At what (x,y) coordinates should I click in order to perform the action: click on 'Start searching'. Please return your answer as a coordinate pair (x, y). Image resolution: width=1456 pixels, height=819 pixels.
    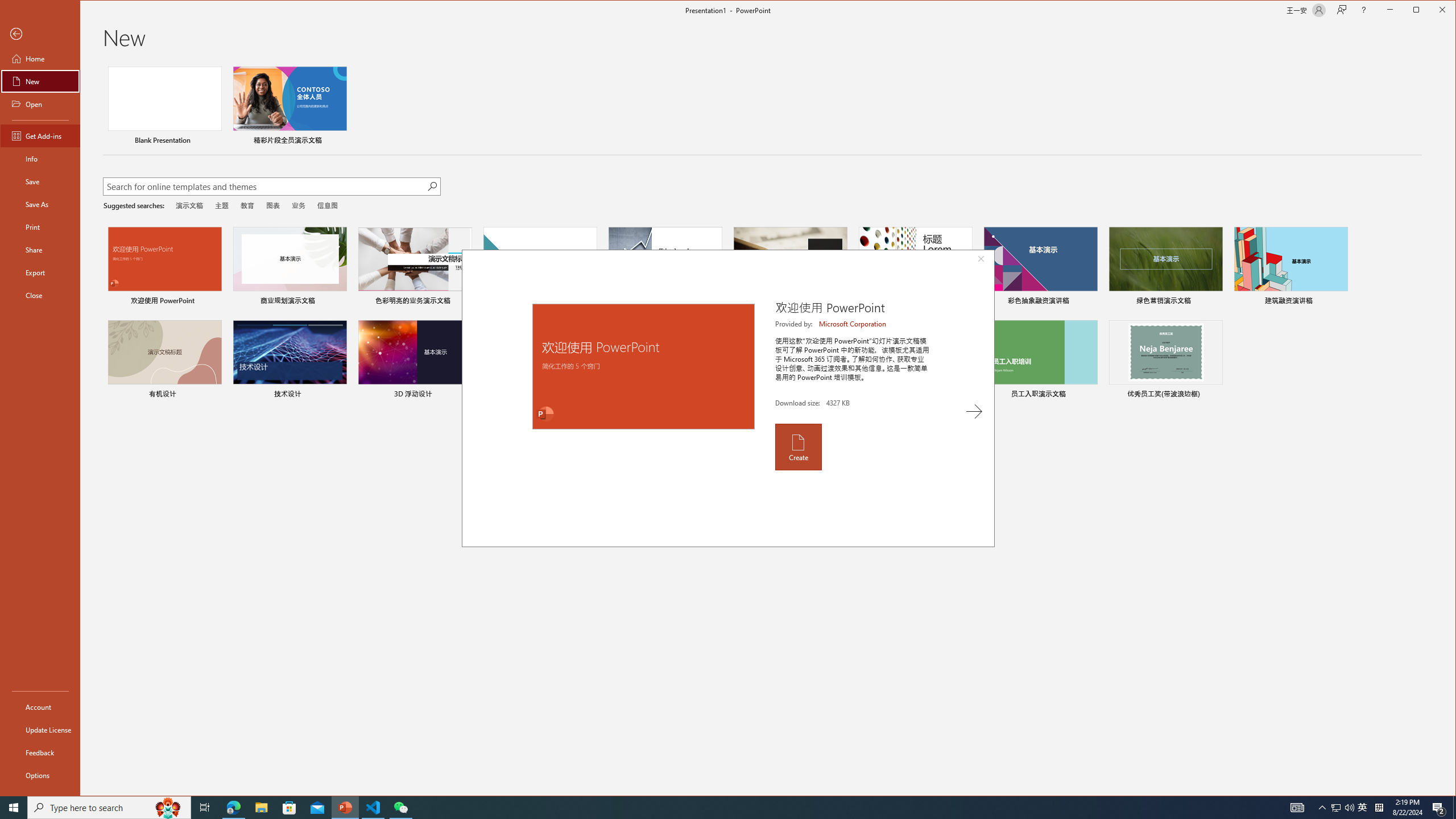
    Looking at the image, I should click on (431, 185).